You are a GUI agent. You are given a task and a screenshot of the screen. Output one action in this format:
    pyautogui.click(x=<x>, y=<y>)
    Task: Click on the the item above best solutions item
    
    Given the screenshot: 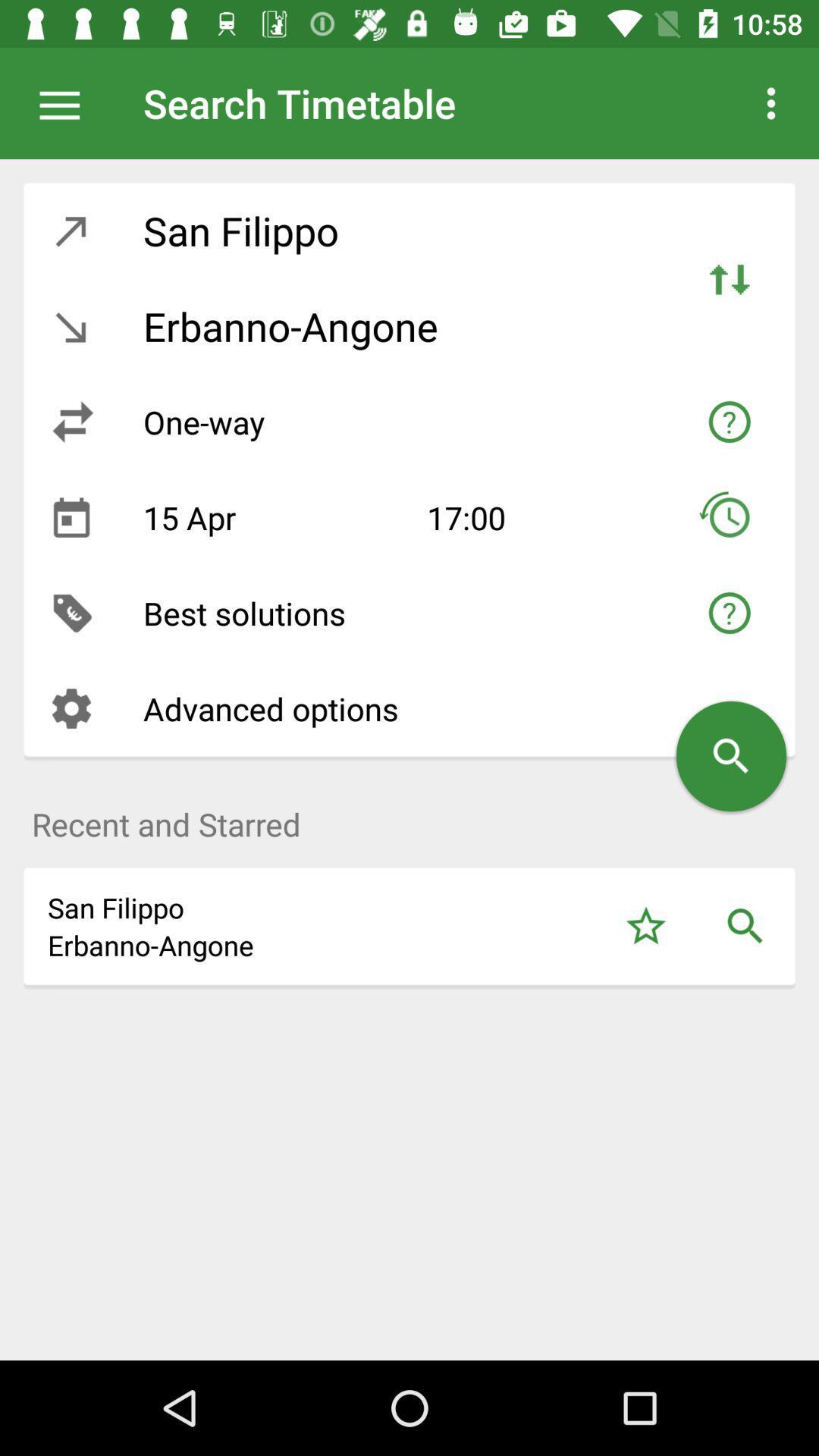 What is the action you would take?
    pyautogui.click(x=273, y=517)
    